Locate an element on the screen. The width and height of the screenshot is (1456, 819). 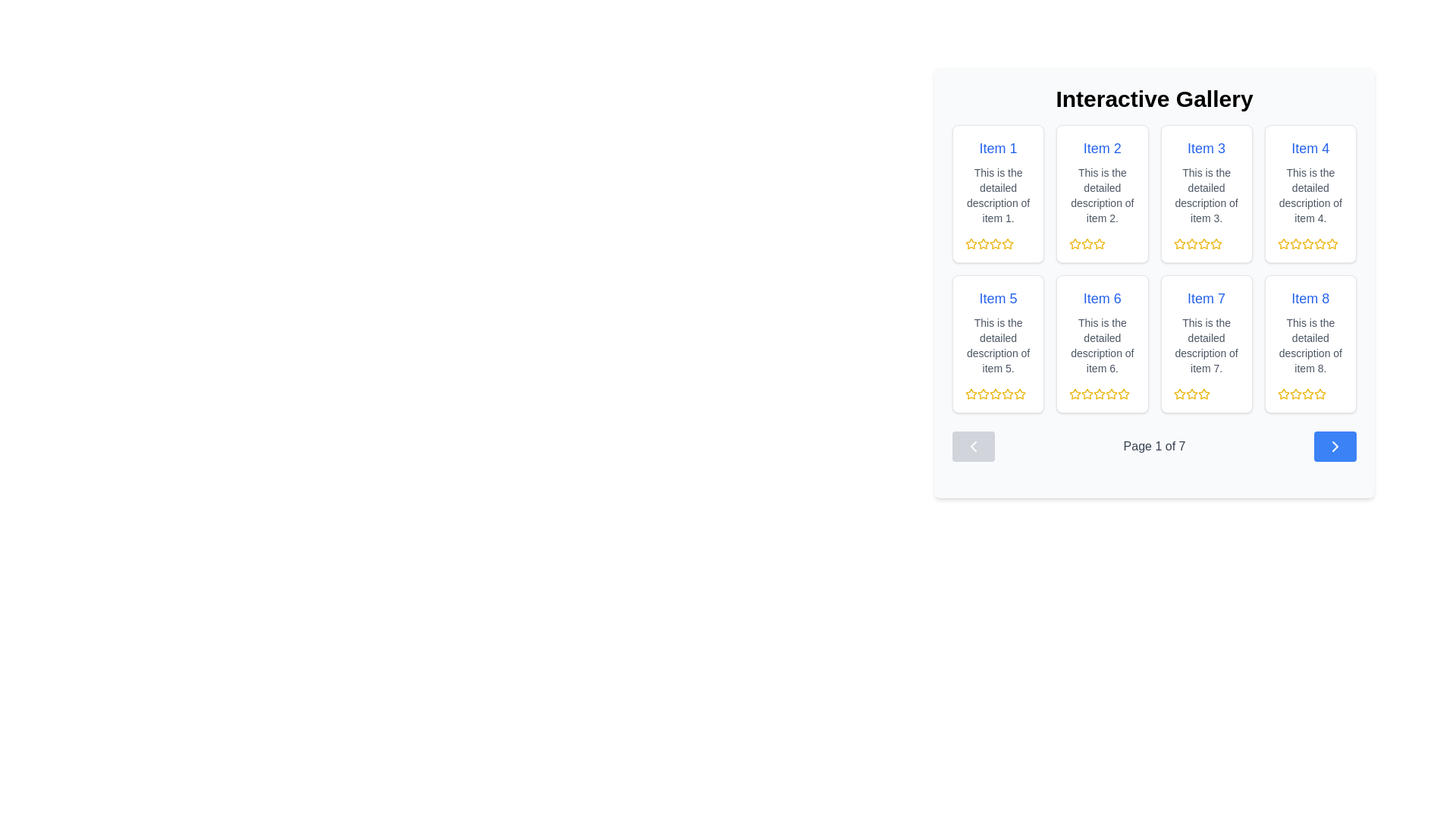
the fifth star rating icon for 'Item 5' to set a 5-star rating is located at coordinates (1019, 394).